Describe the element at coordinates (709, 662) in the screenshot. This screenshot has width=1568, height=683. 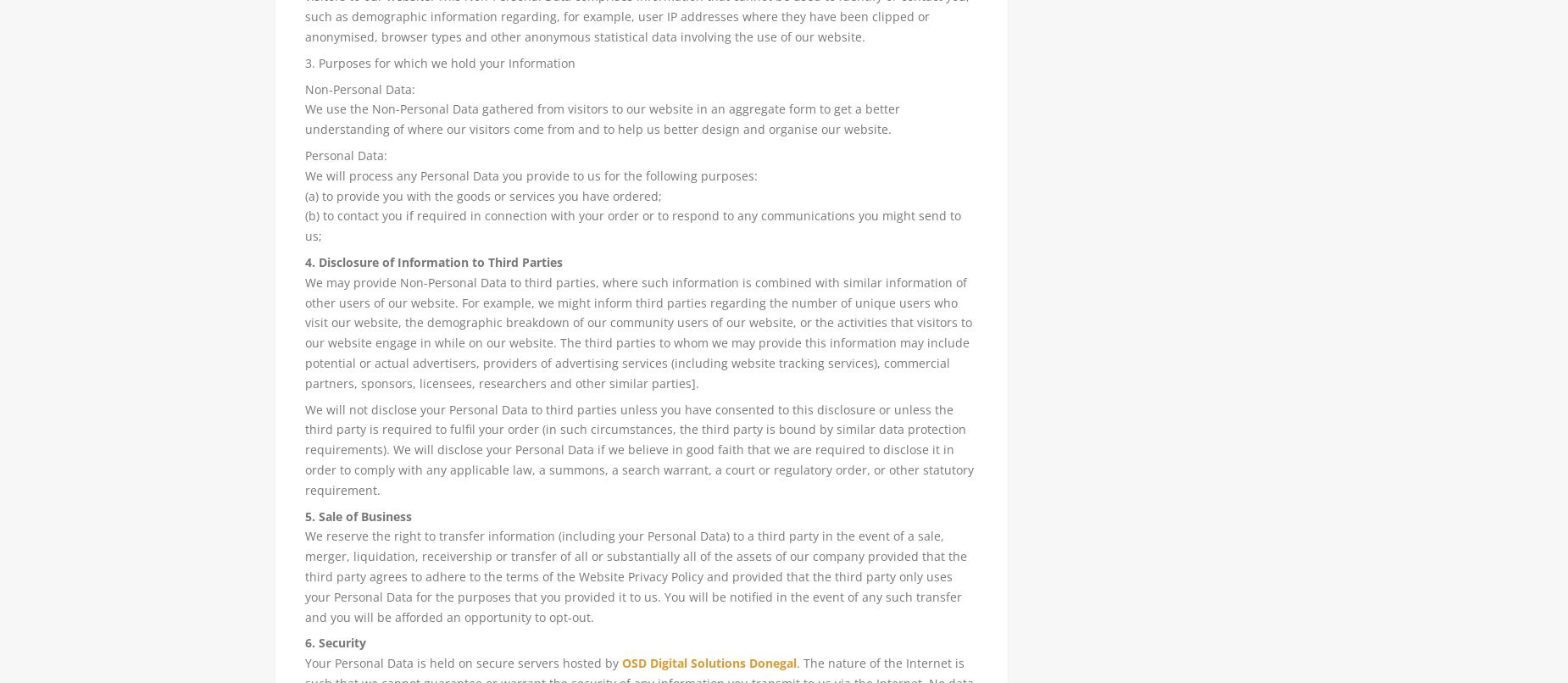
I see `'OSD Digital Solutions Donegal'` at that location.